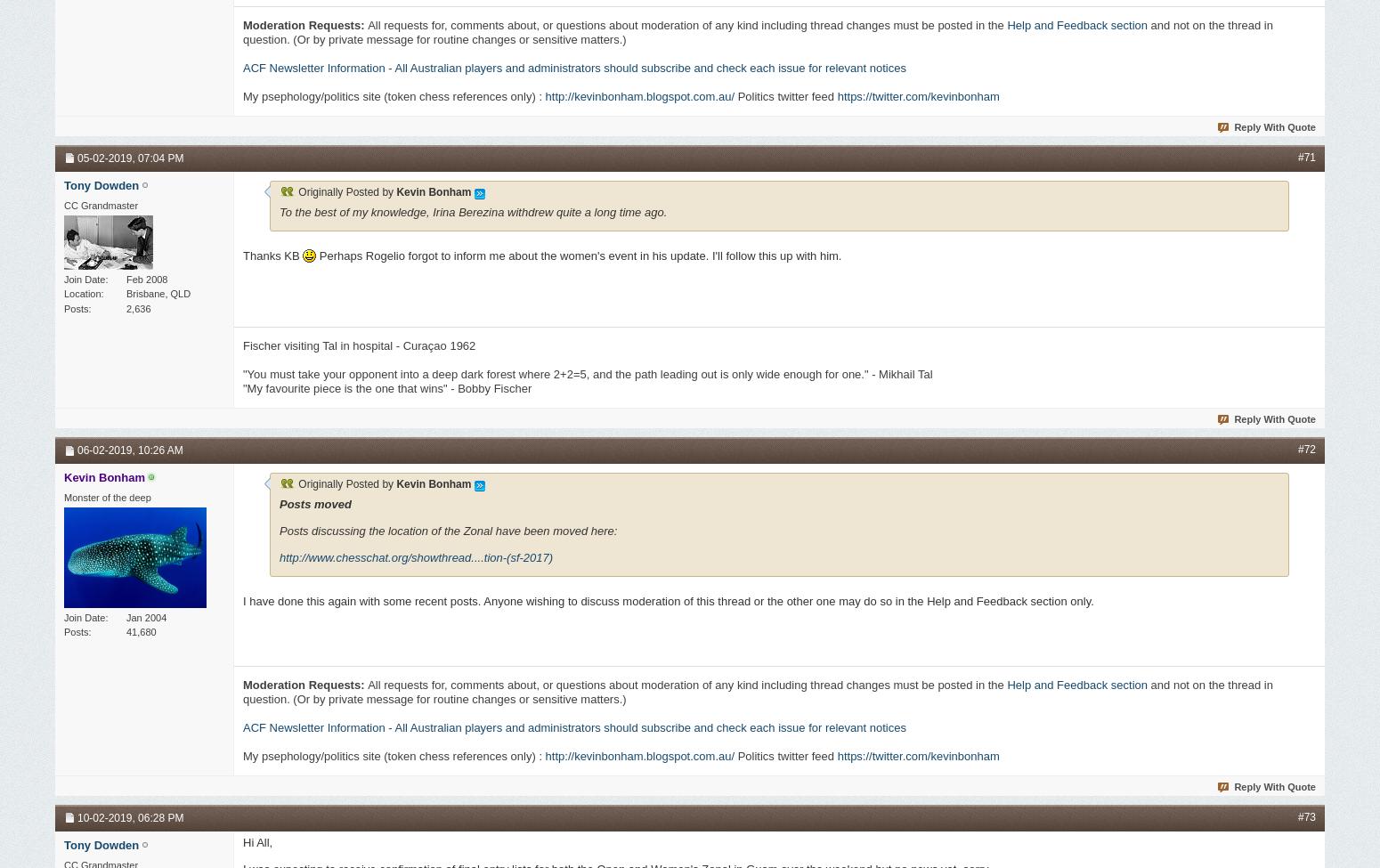  What do you see at coordinates (159, 156) in the screenshot?
I see `'07:04 PM'` at bounding box center [159, 156].